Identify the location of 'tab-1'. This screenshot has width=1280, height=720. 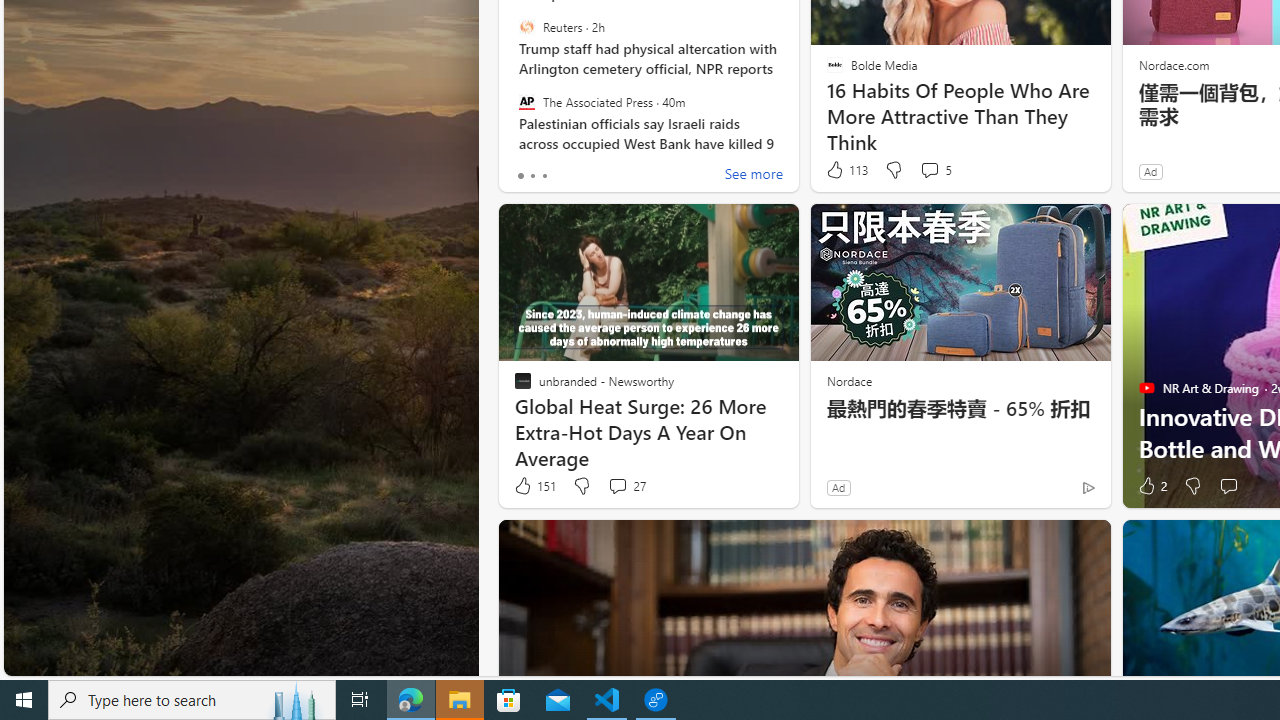
(532, 175).